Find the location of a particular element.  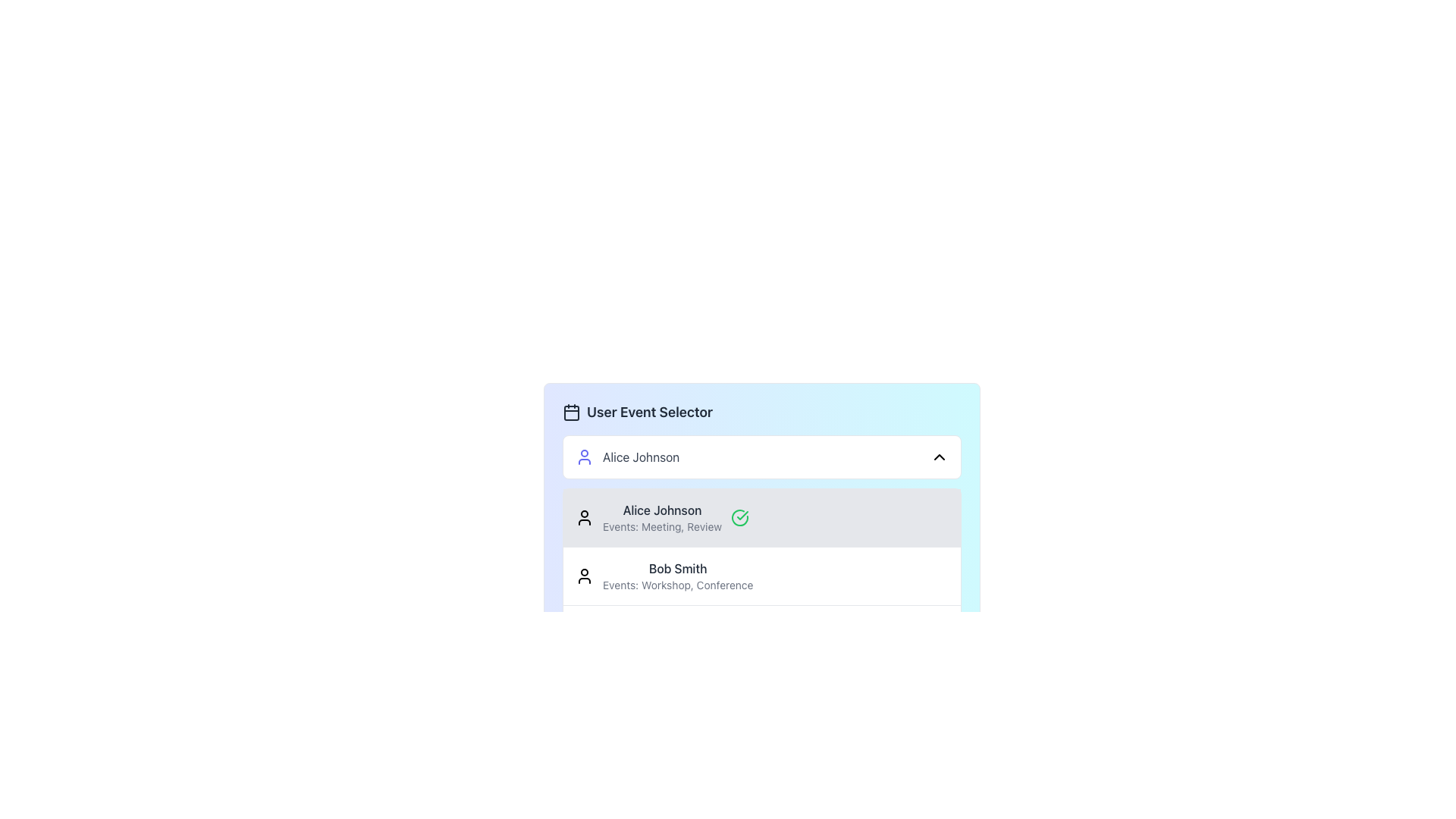

the user icon for 'Bob Smith', which is represented as an SVG graphic to the left of the text describing the user and their events is located at coordinates (584, 576).